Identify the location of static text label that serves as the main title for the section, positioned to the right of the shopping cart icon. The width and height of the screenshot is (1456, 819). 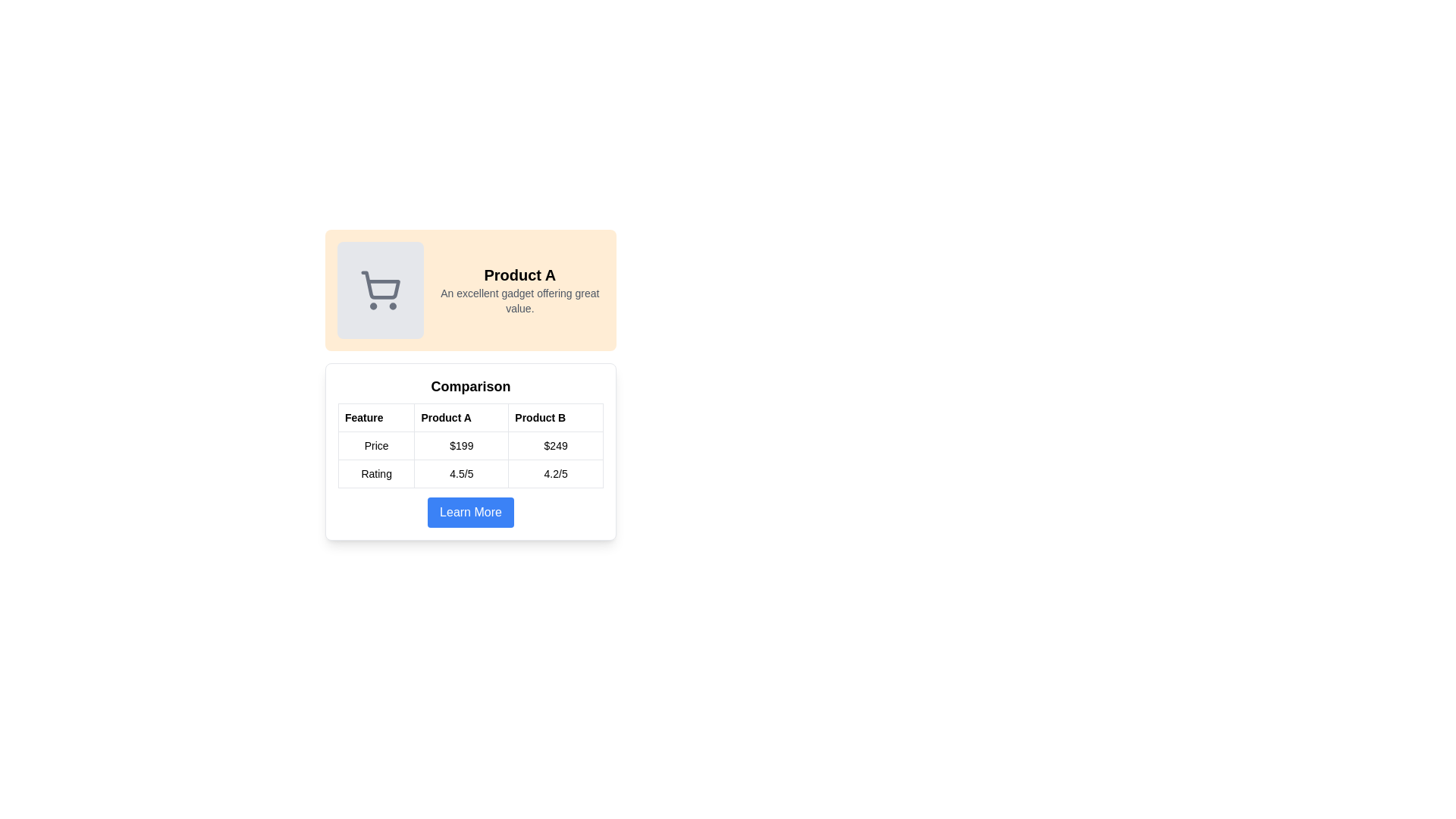
(519, 275).